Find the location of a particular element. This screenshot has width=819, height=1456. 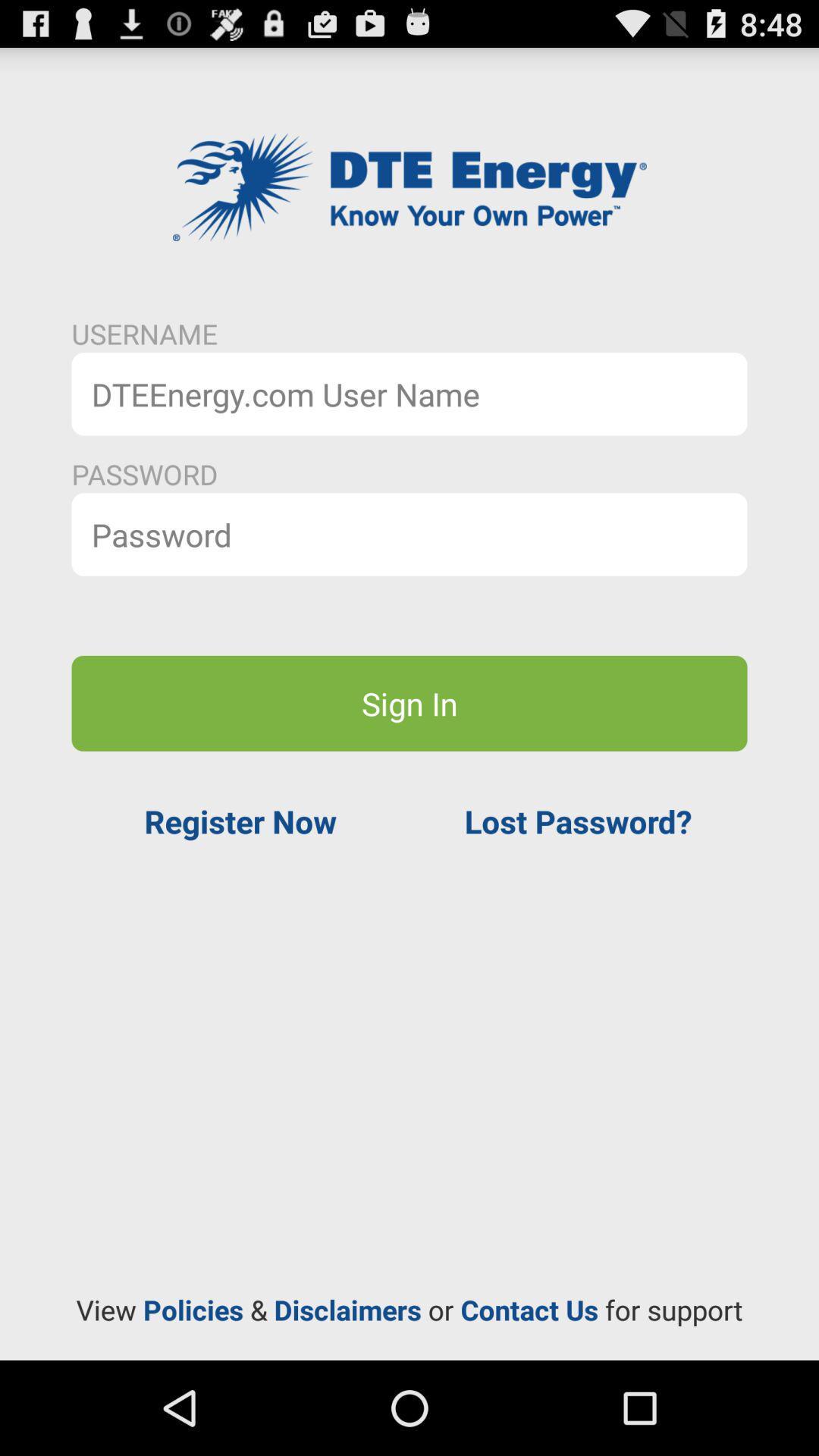

the app next to the register now item is located at coordinates (578, 821).